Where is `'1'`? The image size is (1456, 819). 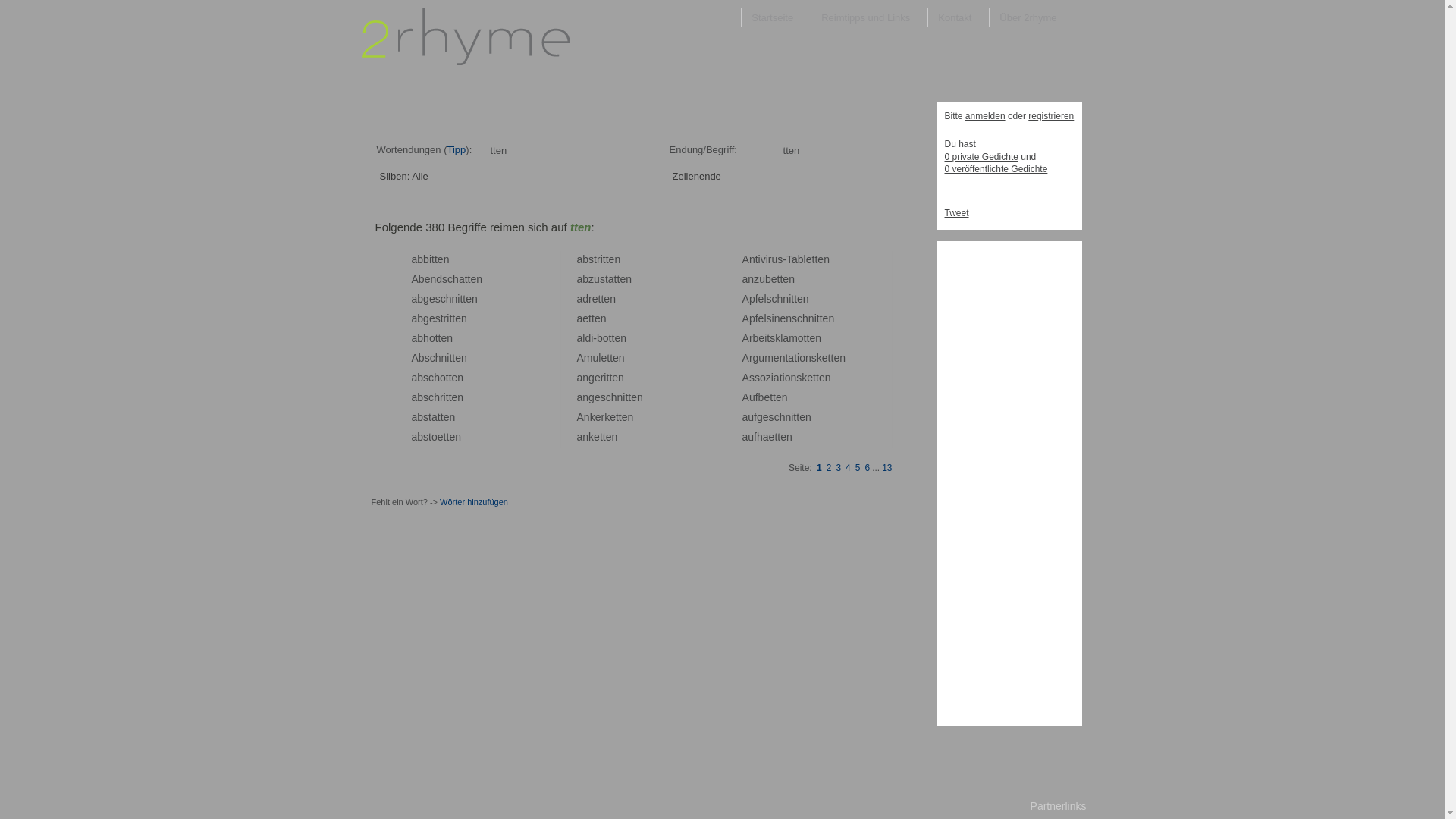 '1' is located at coordinates (818, 467).